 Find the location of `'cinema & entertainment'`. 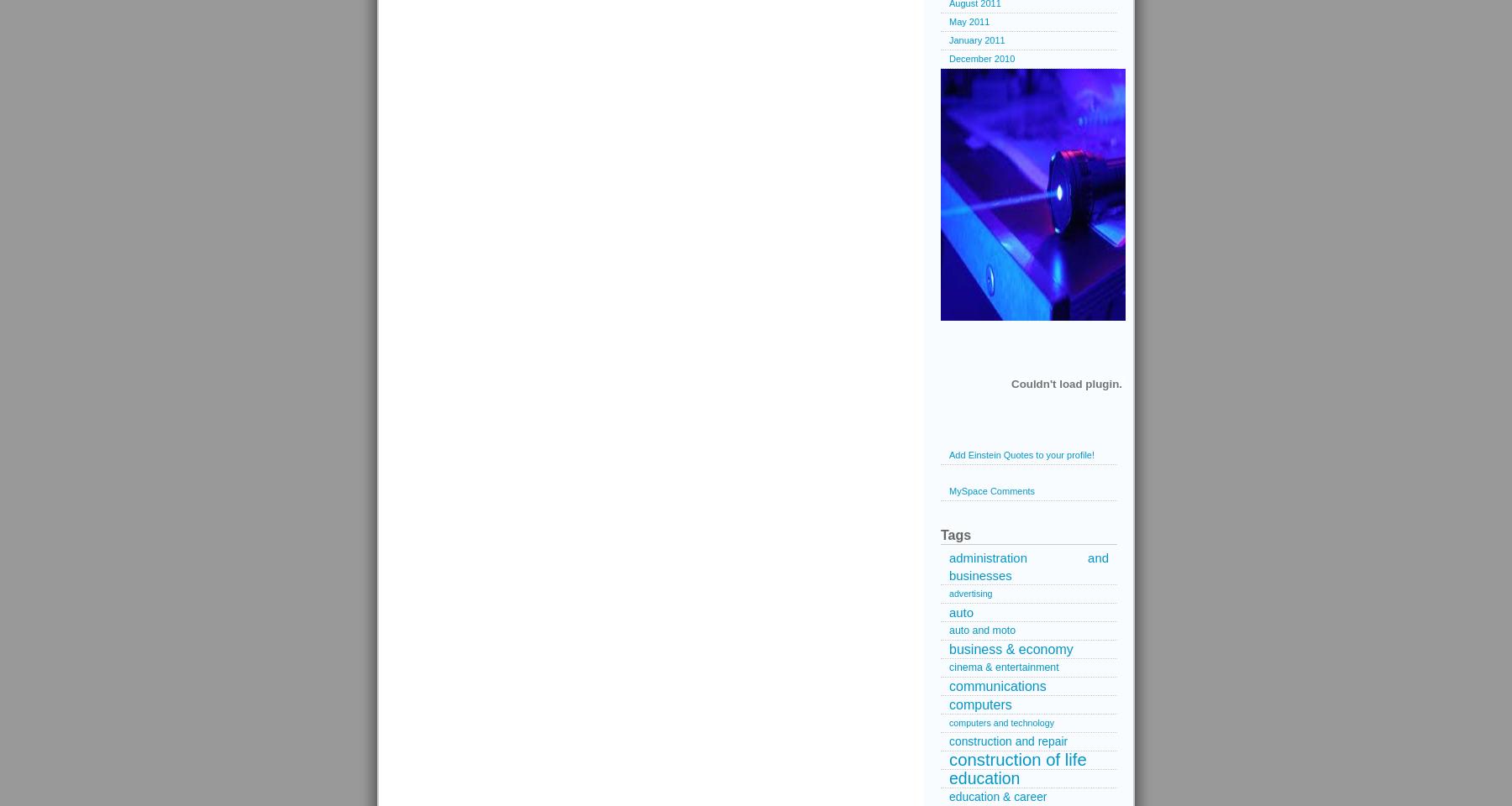

'cinema & entertainment' is located at coordinates (948, 667).